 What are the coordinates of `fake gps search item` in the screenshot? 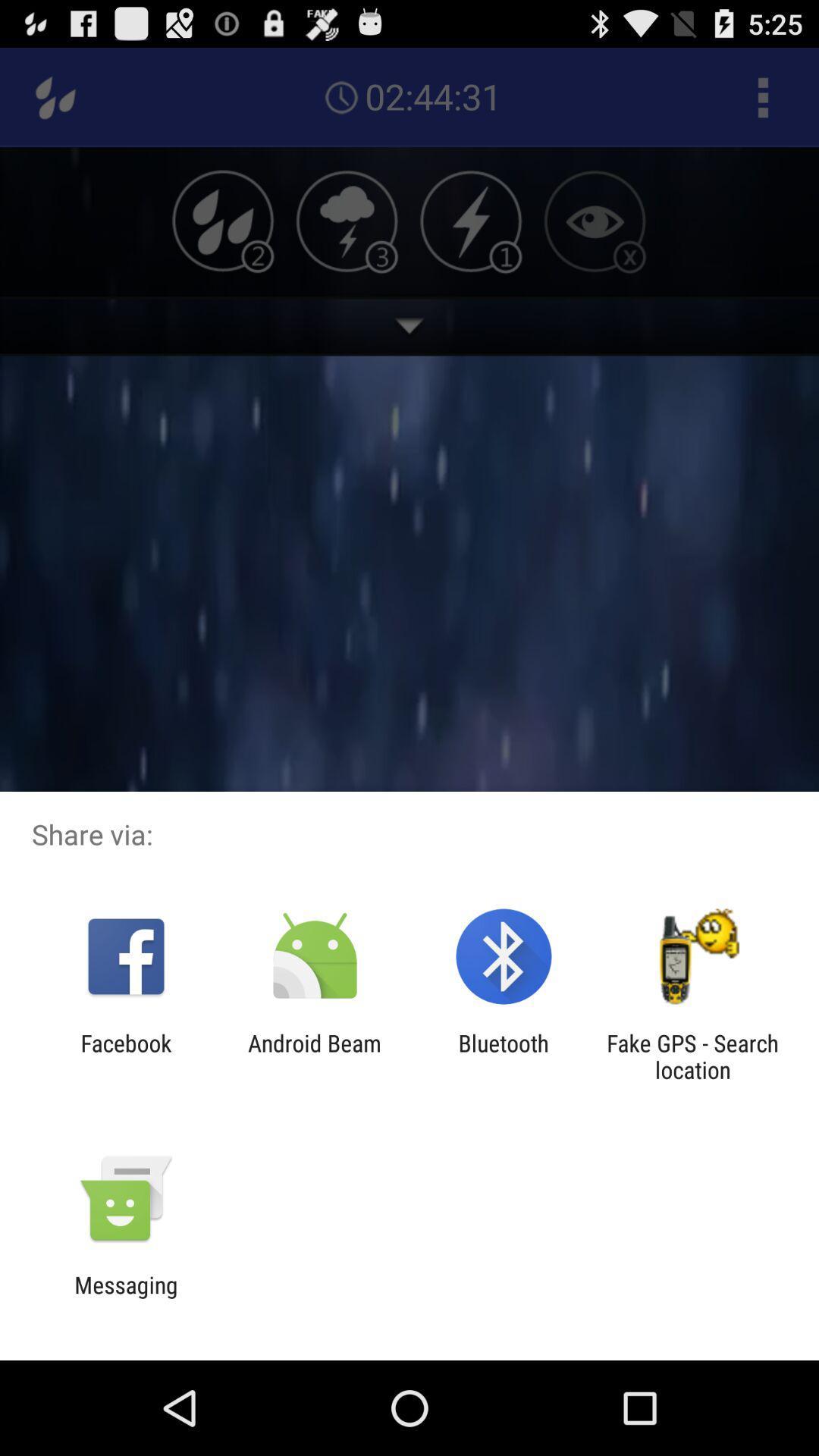 It's located at (692, 1056).